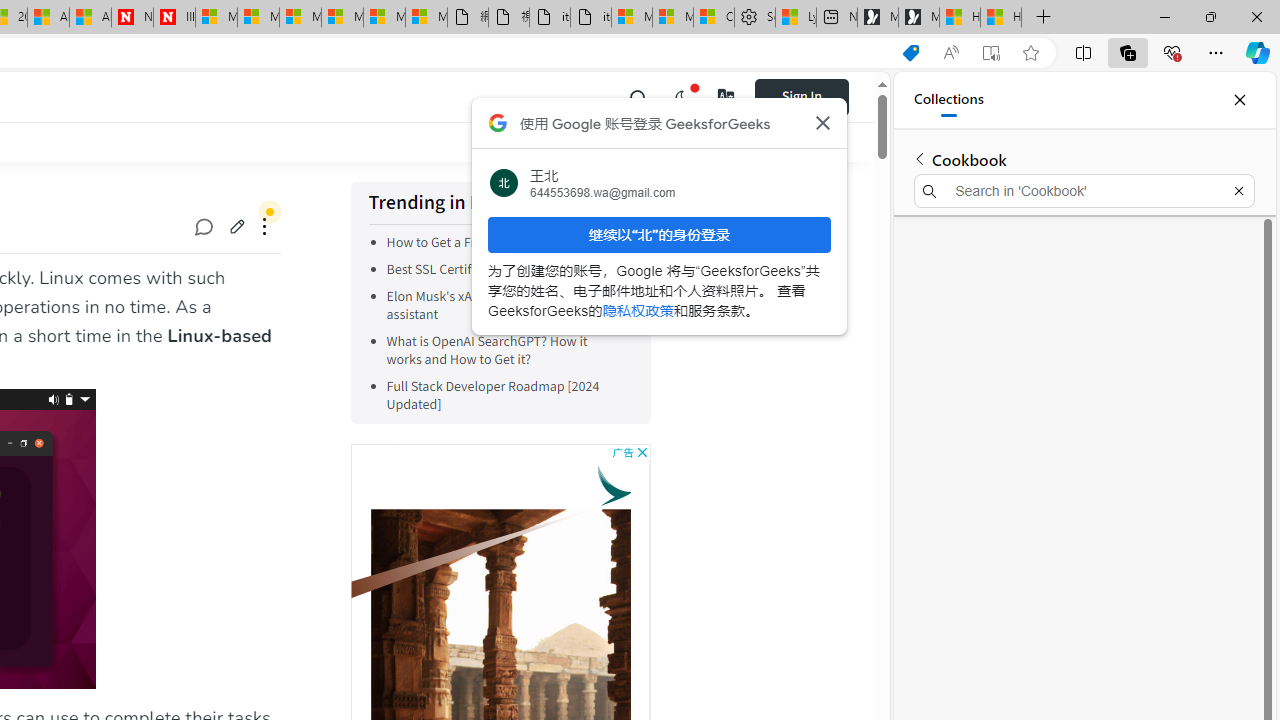 This screenshot has width=1280, height=720. Describe the element at coordinates (909, 52) in the screenshot. I see `'This site has coupons! Shopping in Microsoft Edge'` at that location.